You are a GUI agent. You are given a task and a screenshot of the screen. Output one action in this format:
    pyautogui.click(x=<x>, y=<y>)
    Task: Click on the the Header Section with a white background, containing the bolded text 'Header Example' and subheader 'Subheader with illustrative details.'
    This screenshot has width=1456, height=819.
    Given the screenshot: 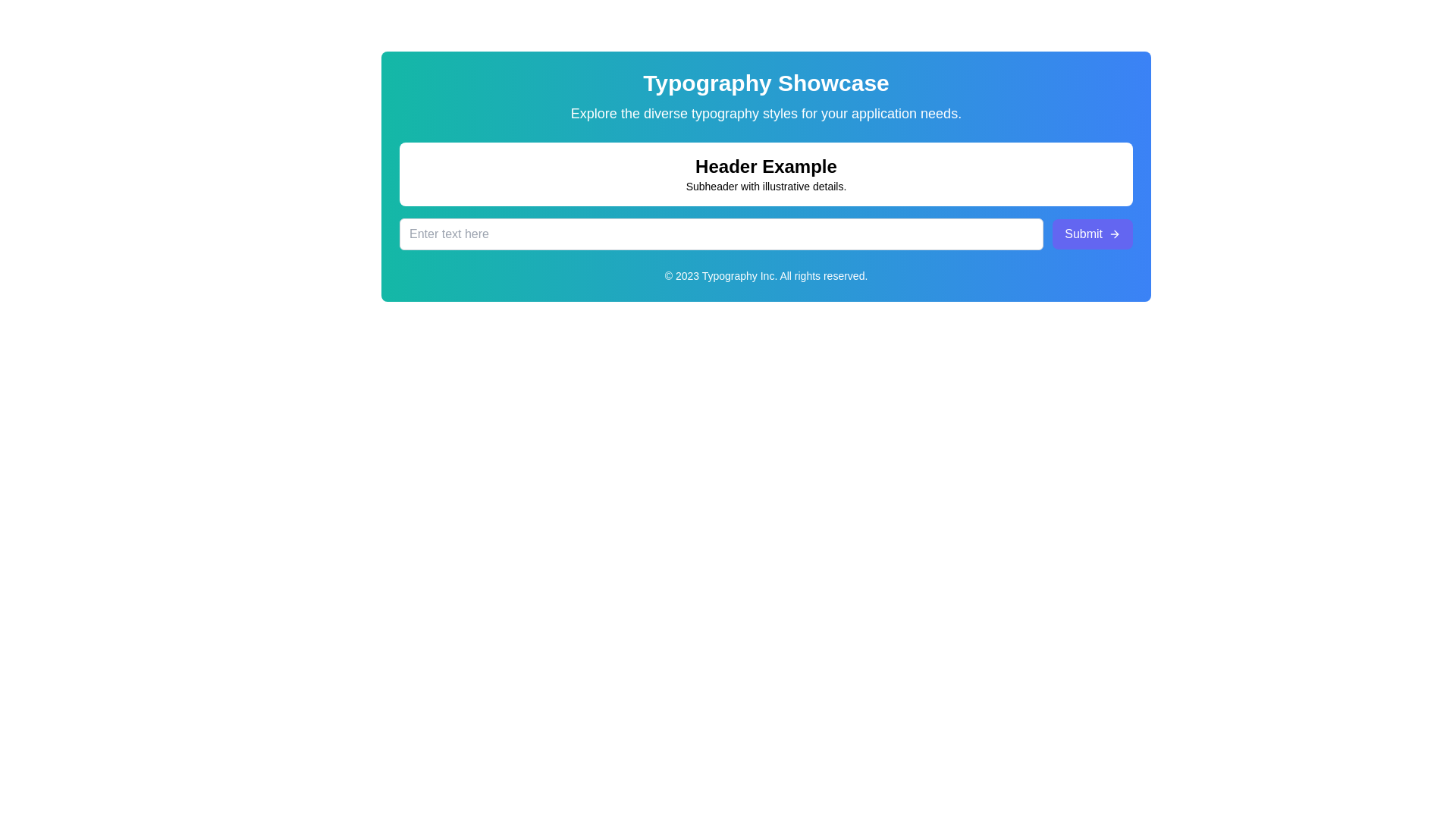 What is the action you would take?
    pyautogui.click(x=766, y=174)
    